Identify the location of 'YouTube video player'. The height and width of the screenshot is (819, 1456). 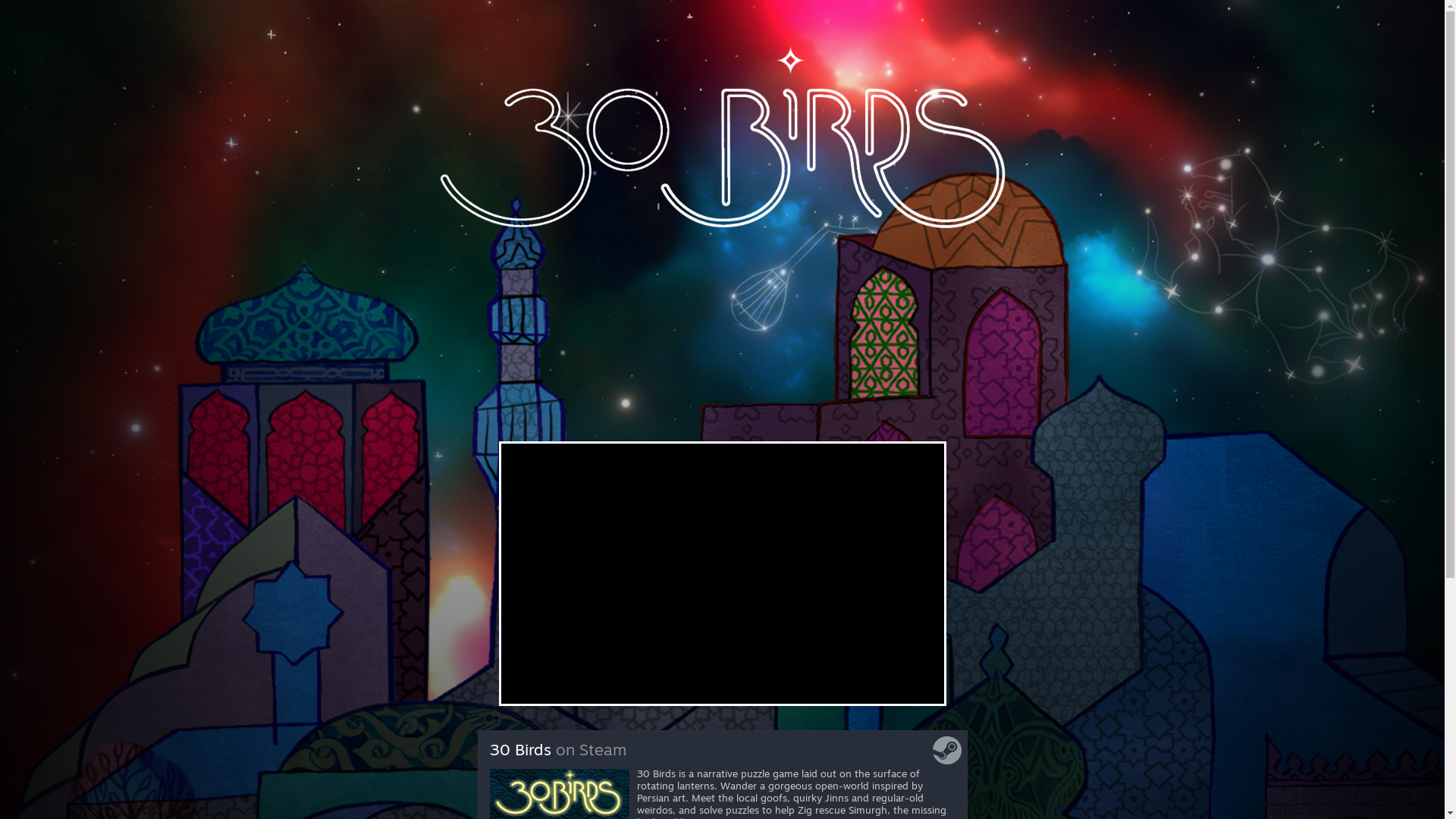
(712, 572).